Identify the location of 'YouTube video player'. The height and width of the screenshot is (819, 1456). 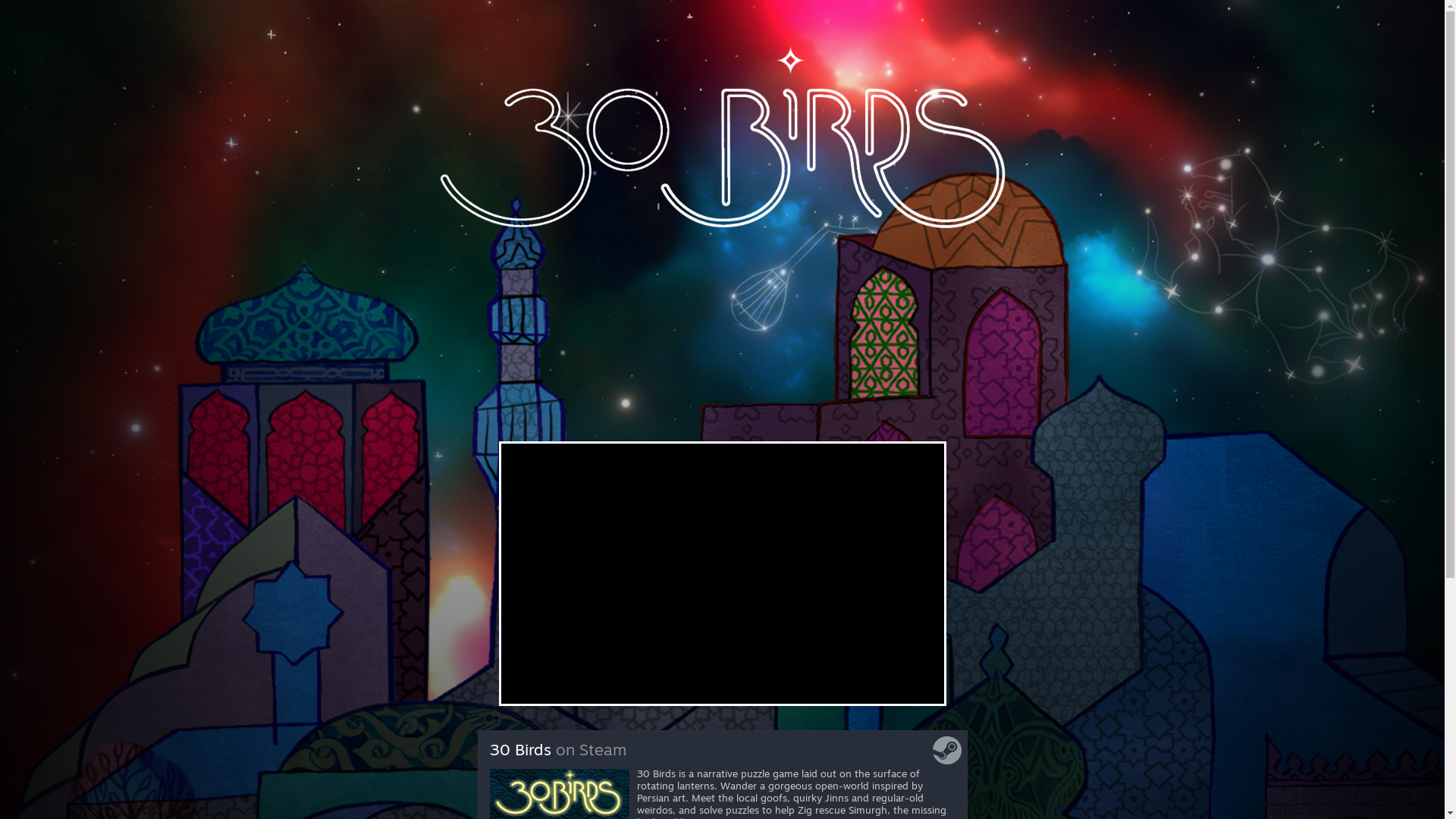
(712, 572).